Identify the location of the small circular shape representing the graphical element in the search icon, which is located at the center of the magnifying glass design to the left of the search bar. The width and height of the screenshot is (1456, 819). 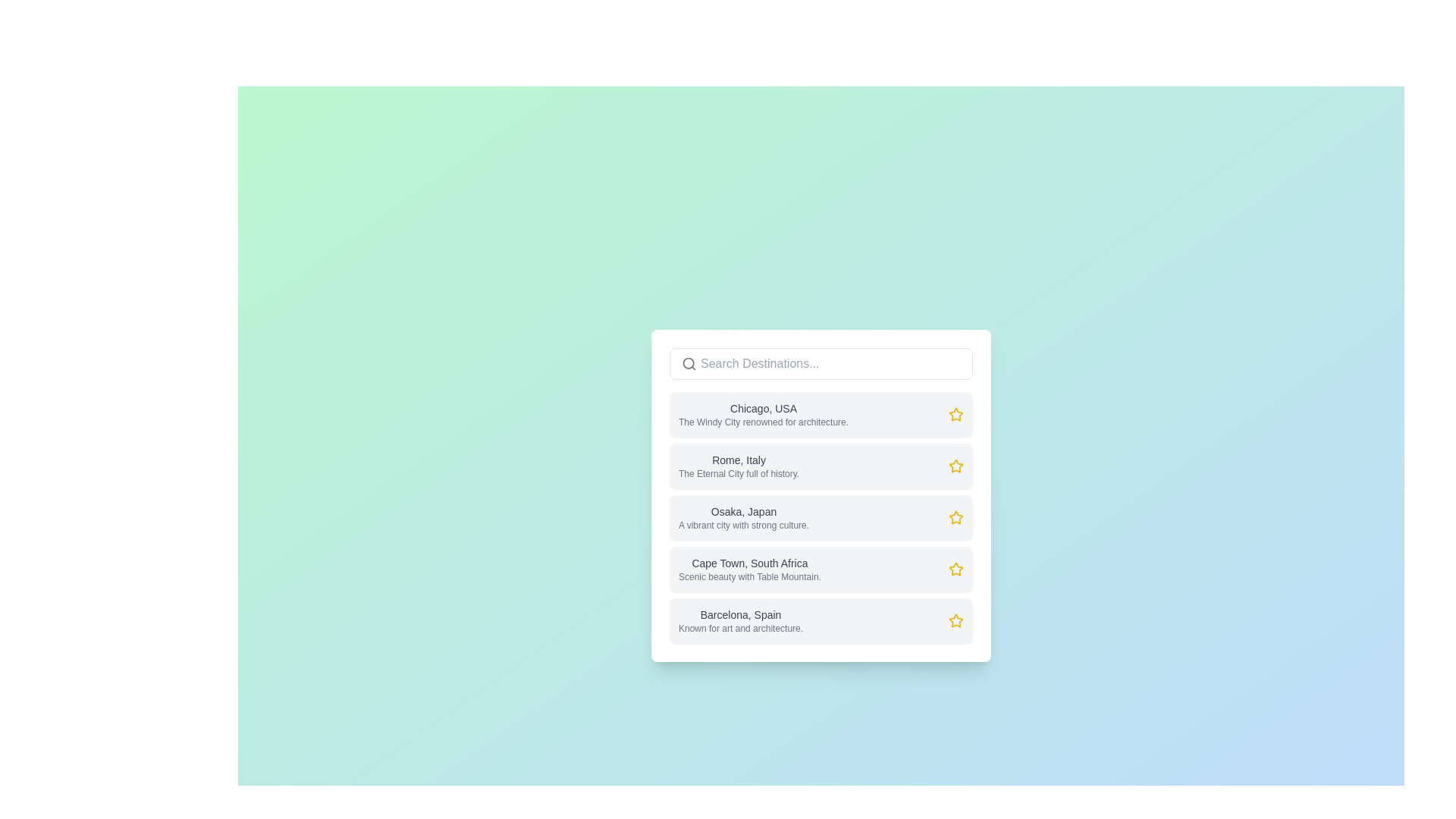
(688, 363).